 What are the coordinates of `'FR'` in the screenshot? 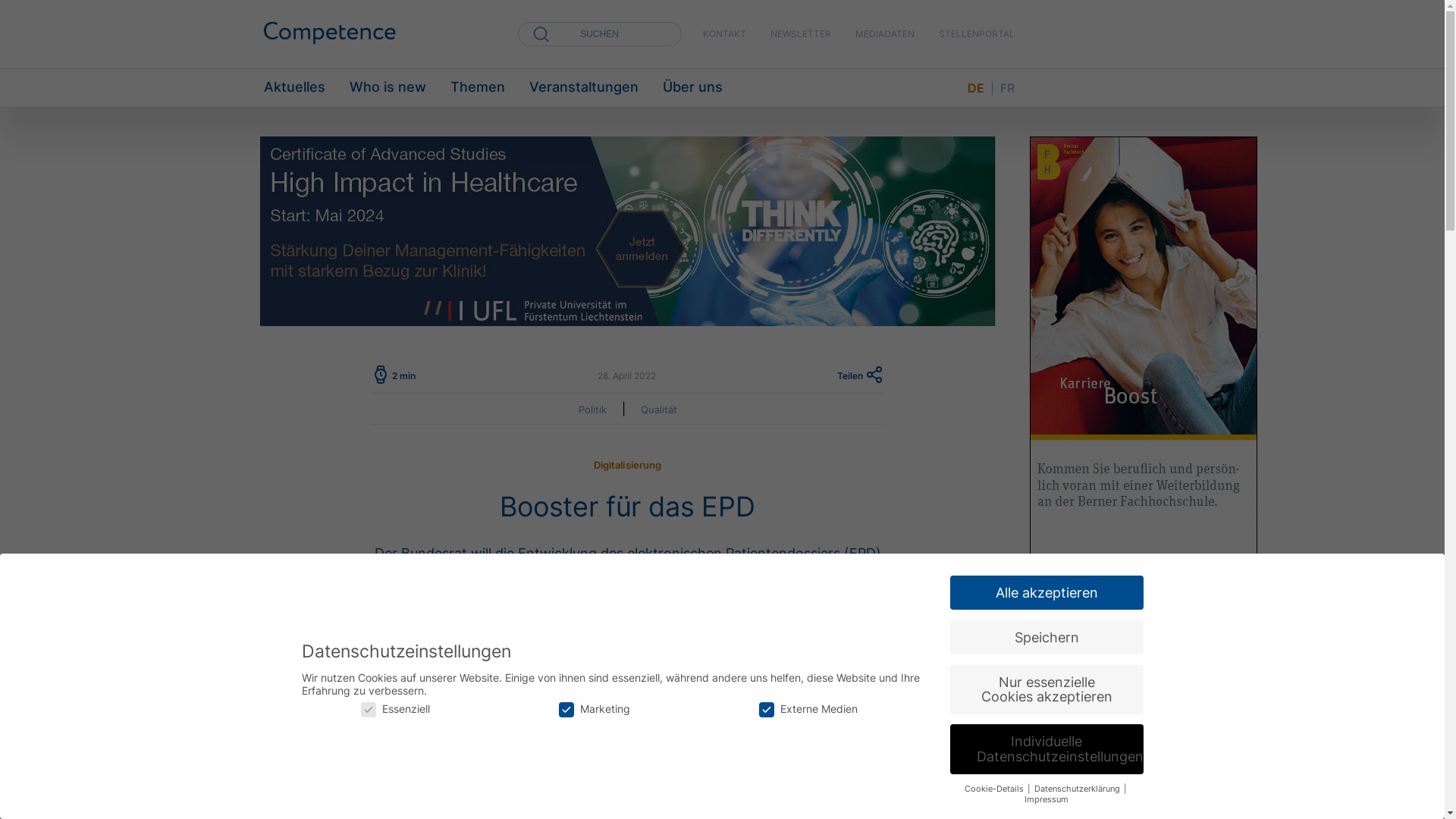 It's located at (1006, 87).